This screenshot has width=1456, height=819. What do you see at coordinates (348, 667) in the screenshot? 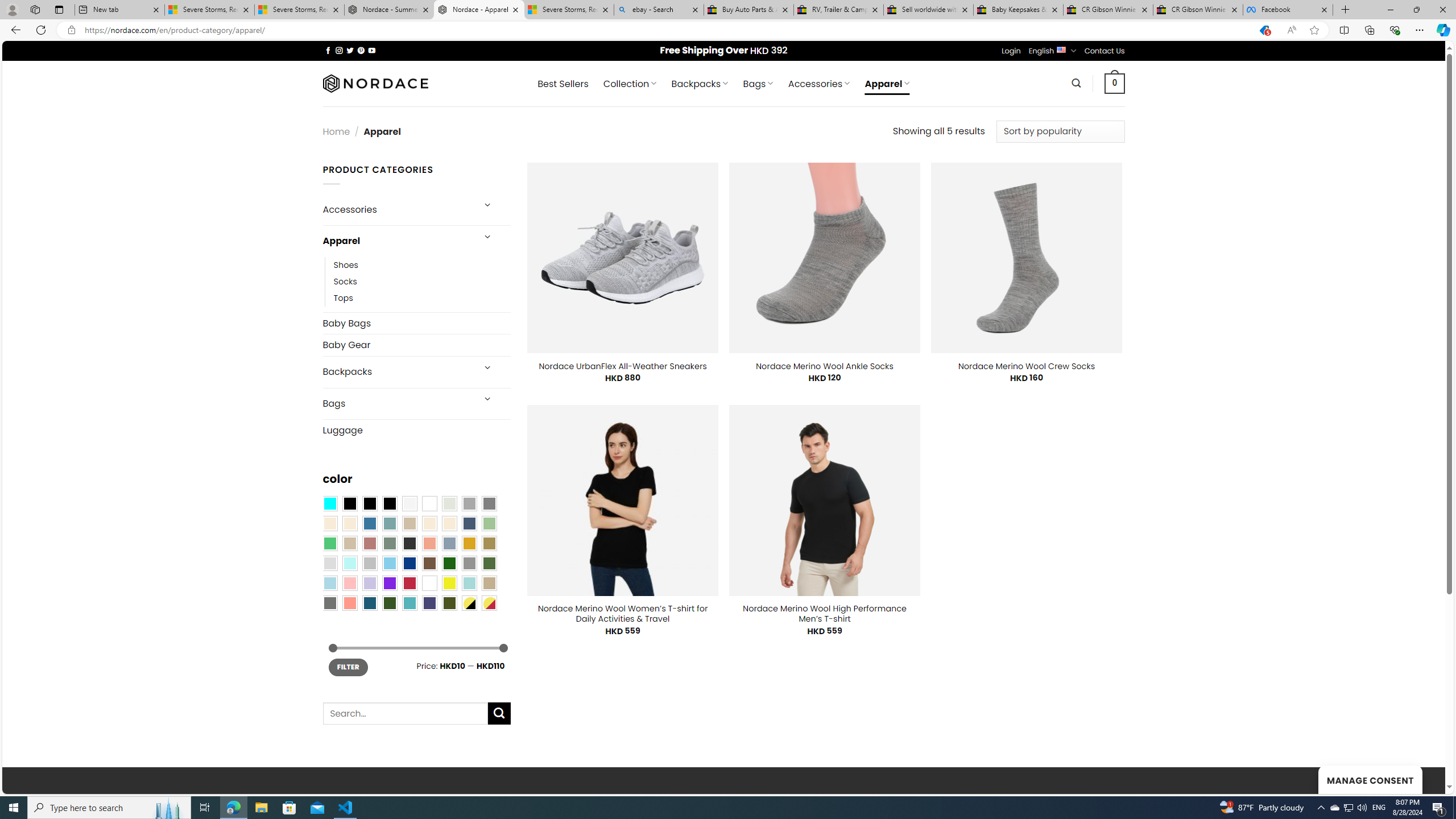
I see `'FILTER'` at bounding box center [348, 667].